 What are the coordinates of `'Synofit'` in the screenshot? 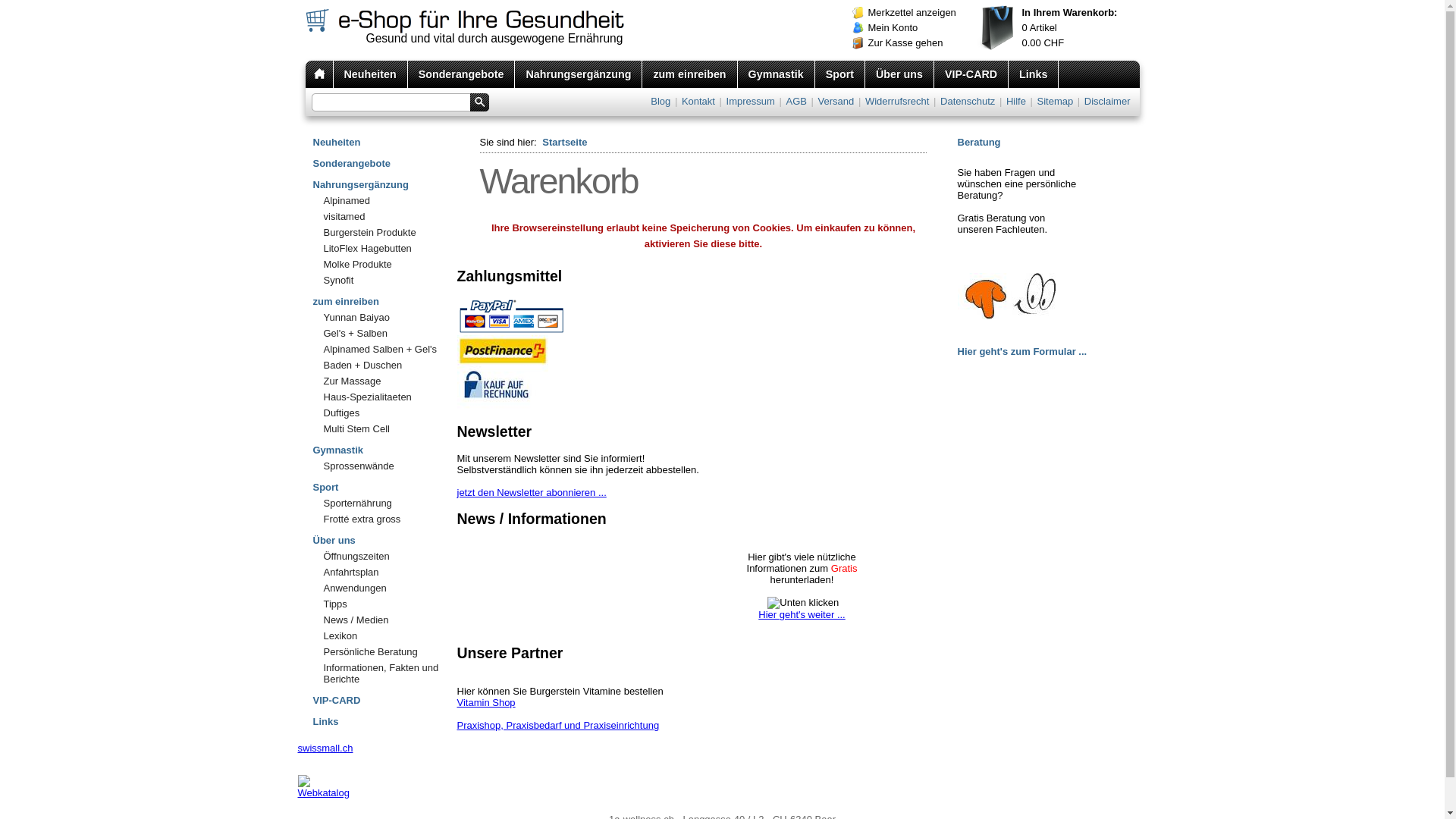 It's located at (312, 280).